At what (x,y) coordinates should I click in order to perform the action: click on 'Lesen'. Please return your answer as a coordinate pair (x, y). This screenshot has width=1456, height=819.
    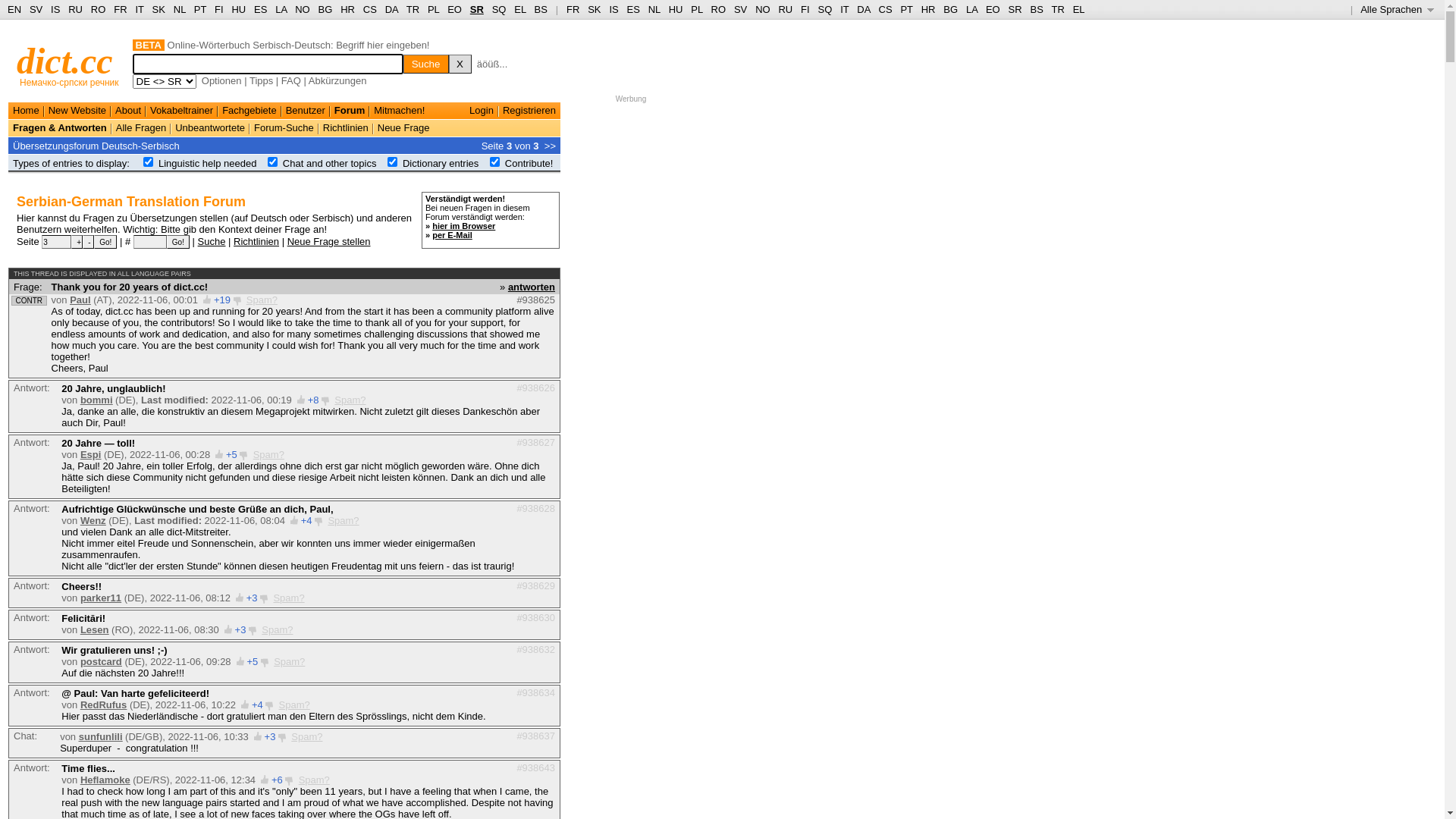
    Looking at the image, I should click on (79, 629).